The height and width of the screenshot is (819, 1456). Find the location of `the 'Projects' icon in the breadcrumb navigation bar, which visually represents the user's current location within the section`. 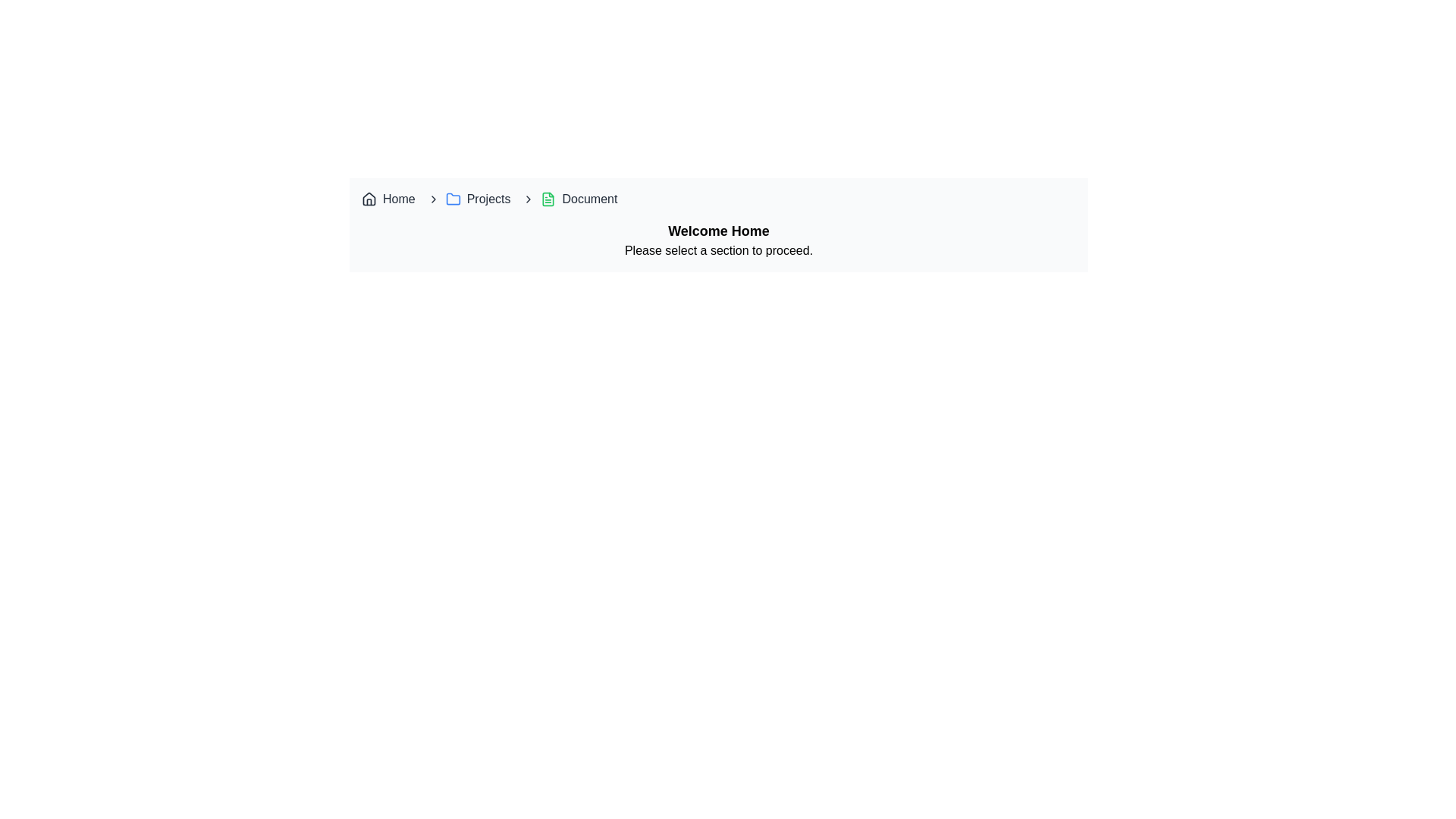

the 'Projects' icon in the breadcrumb navigation bar, which visually represents the user's current location within the section is located at coordinates (452, 198).